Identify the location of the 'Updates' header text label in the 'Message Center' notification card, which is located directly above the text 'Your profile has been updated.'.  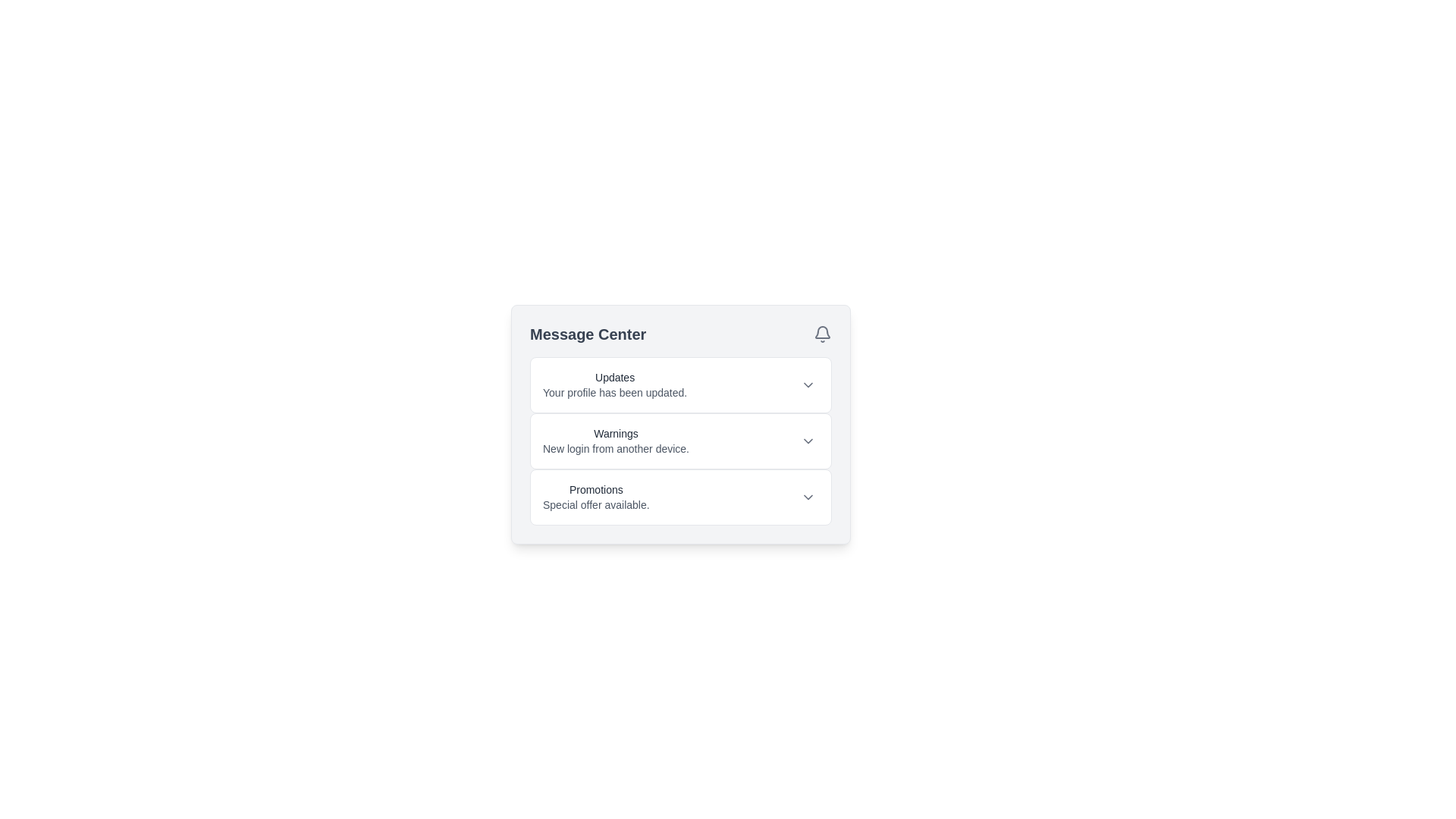
(615, 376).